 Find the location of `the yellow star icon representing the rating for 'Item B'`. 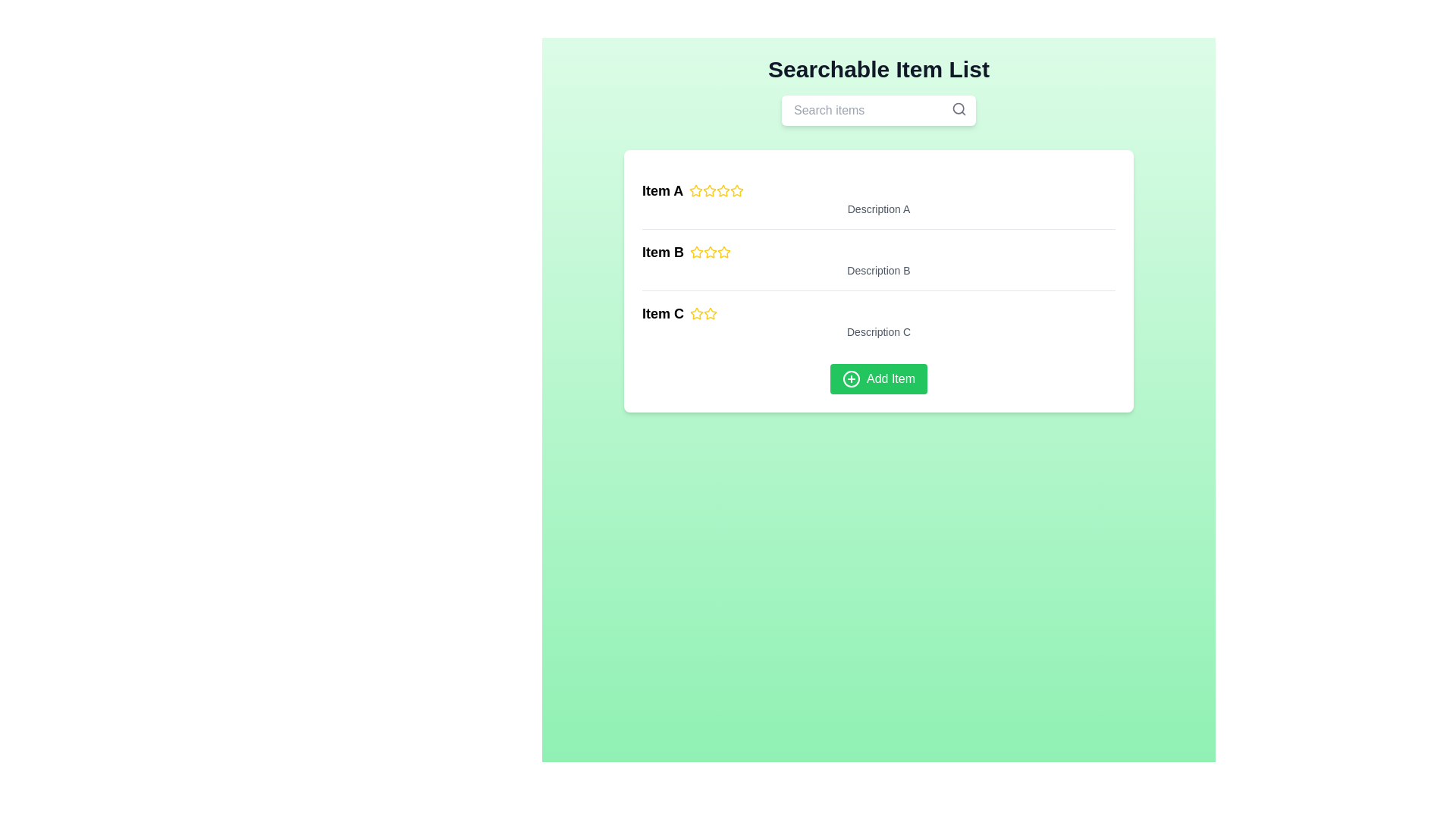

the yellow star icon representing the rating for 'Item B' is located at coordinates (723, 251).